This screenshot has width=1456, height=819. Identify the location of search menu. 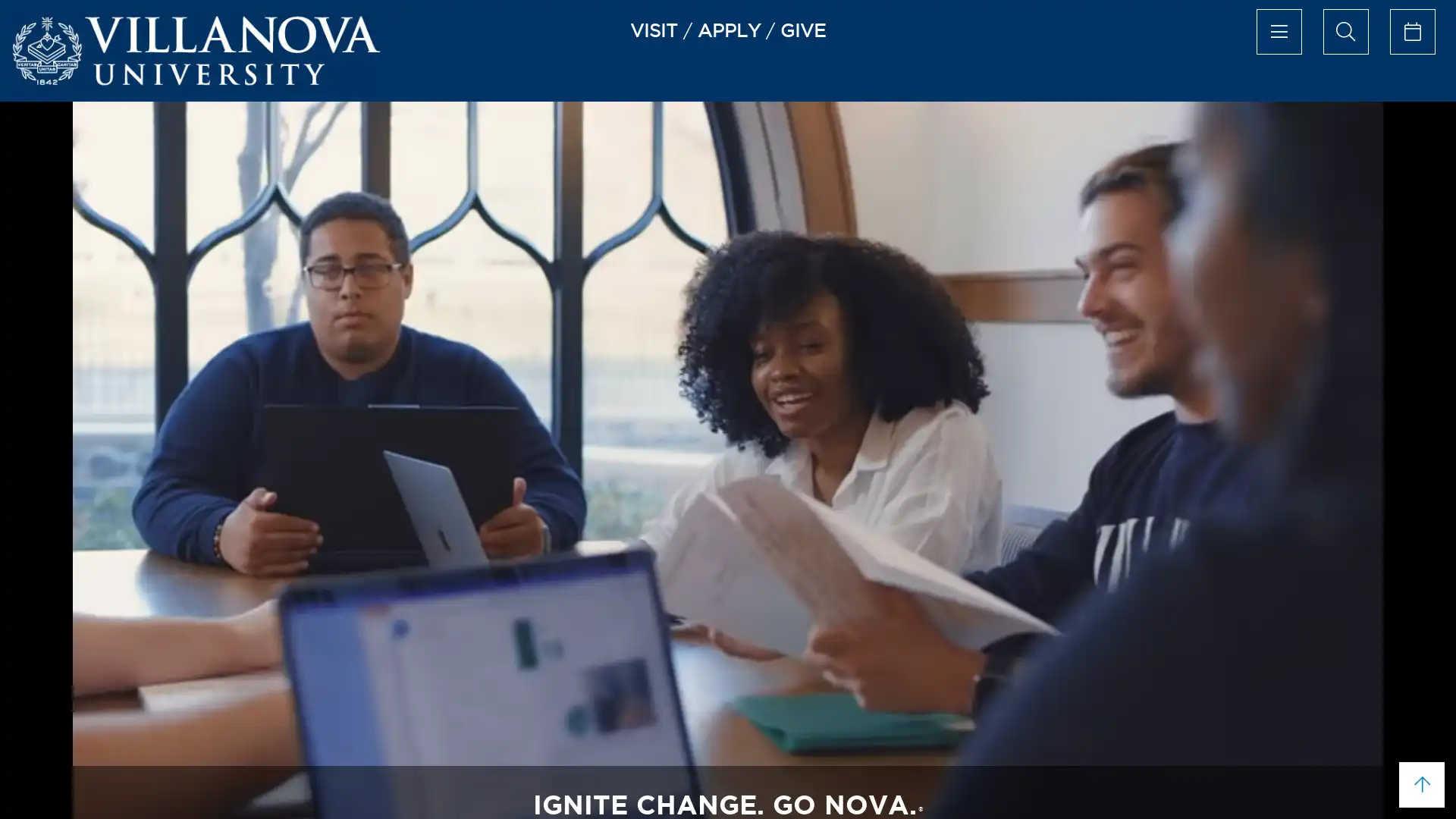
(1345, 32).